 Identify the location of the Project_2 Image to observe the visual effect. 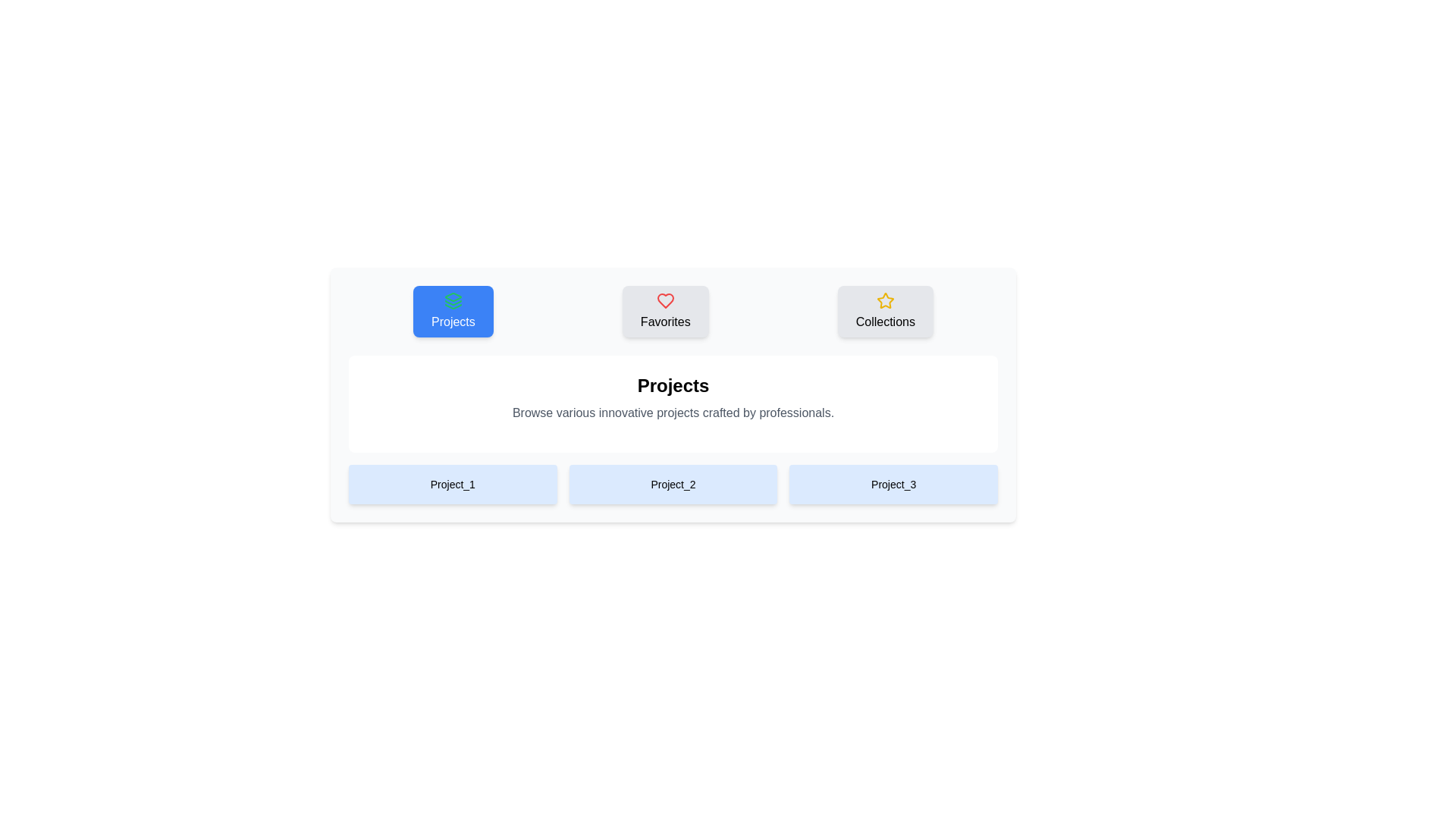
(673, 485).